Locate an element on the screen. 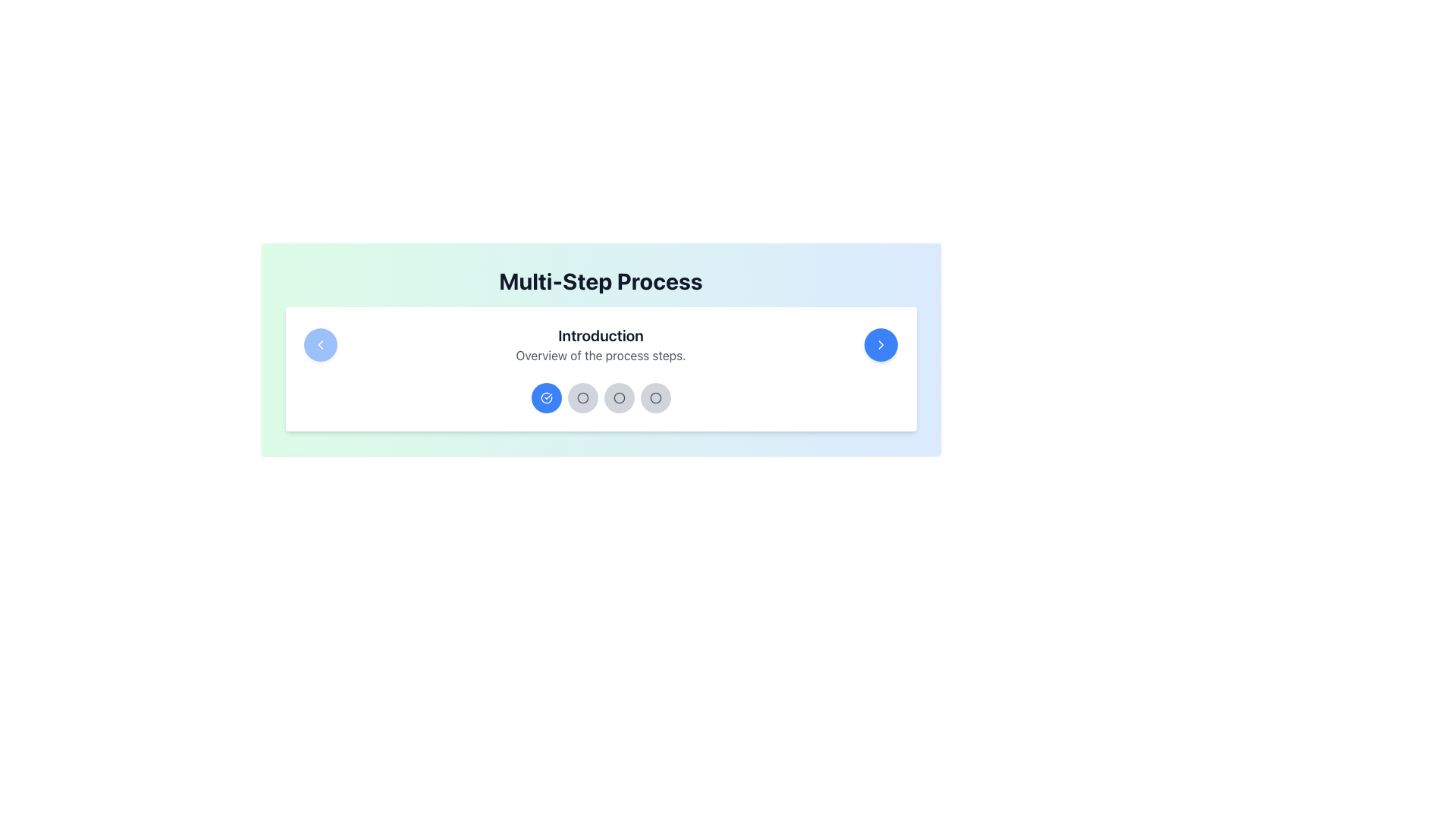 This screenshot has height=819, width=1456. the second circular icon from the left in the sequence of four icons, located at the center-bottom part of the interface is located at coordinates (582, 397).